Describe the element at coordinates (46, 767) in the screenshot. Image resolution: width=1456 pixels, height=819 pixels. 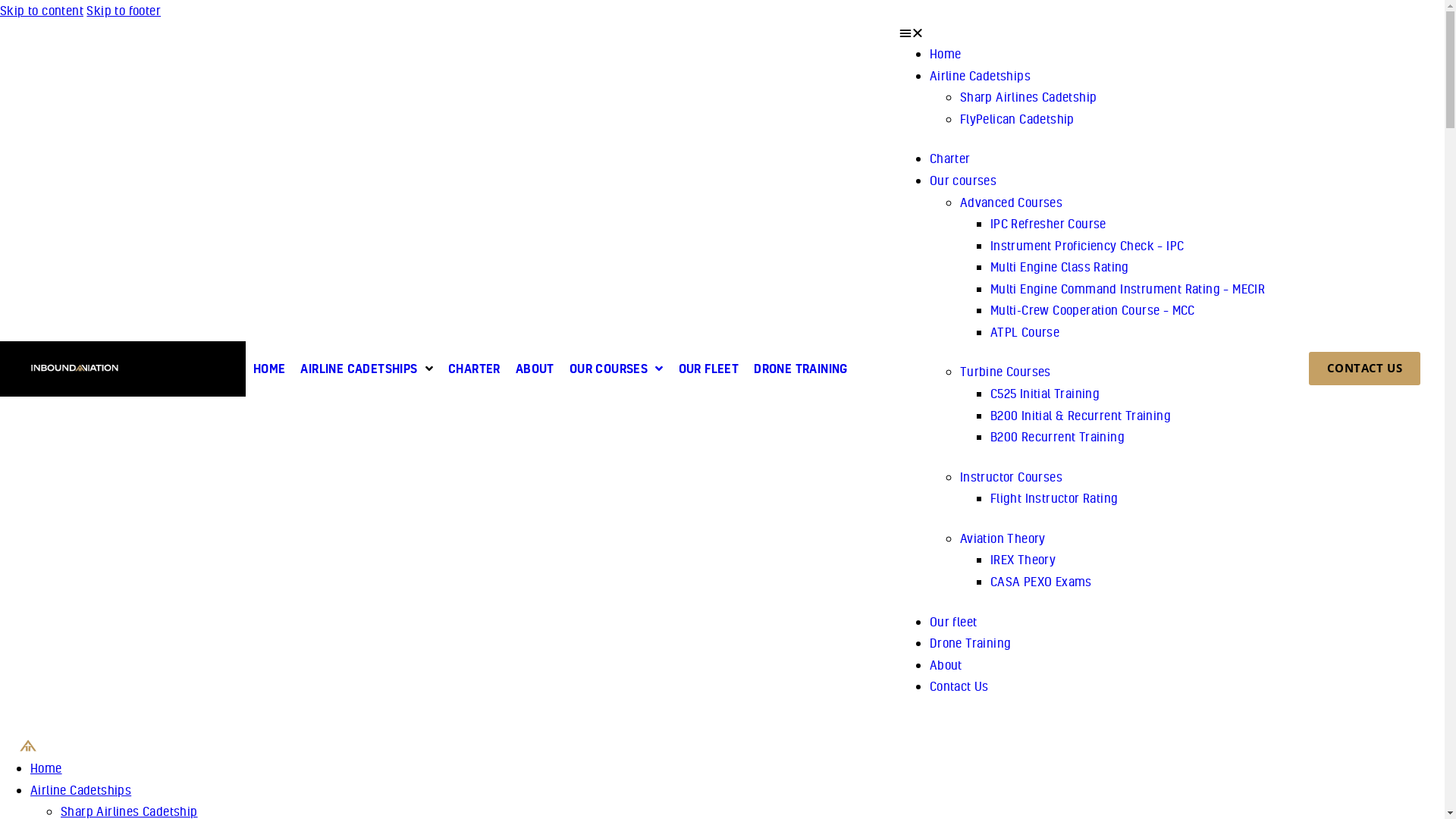
I see `'Home'` at that location.